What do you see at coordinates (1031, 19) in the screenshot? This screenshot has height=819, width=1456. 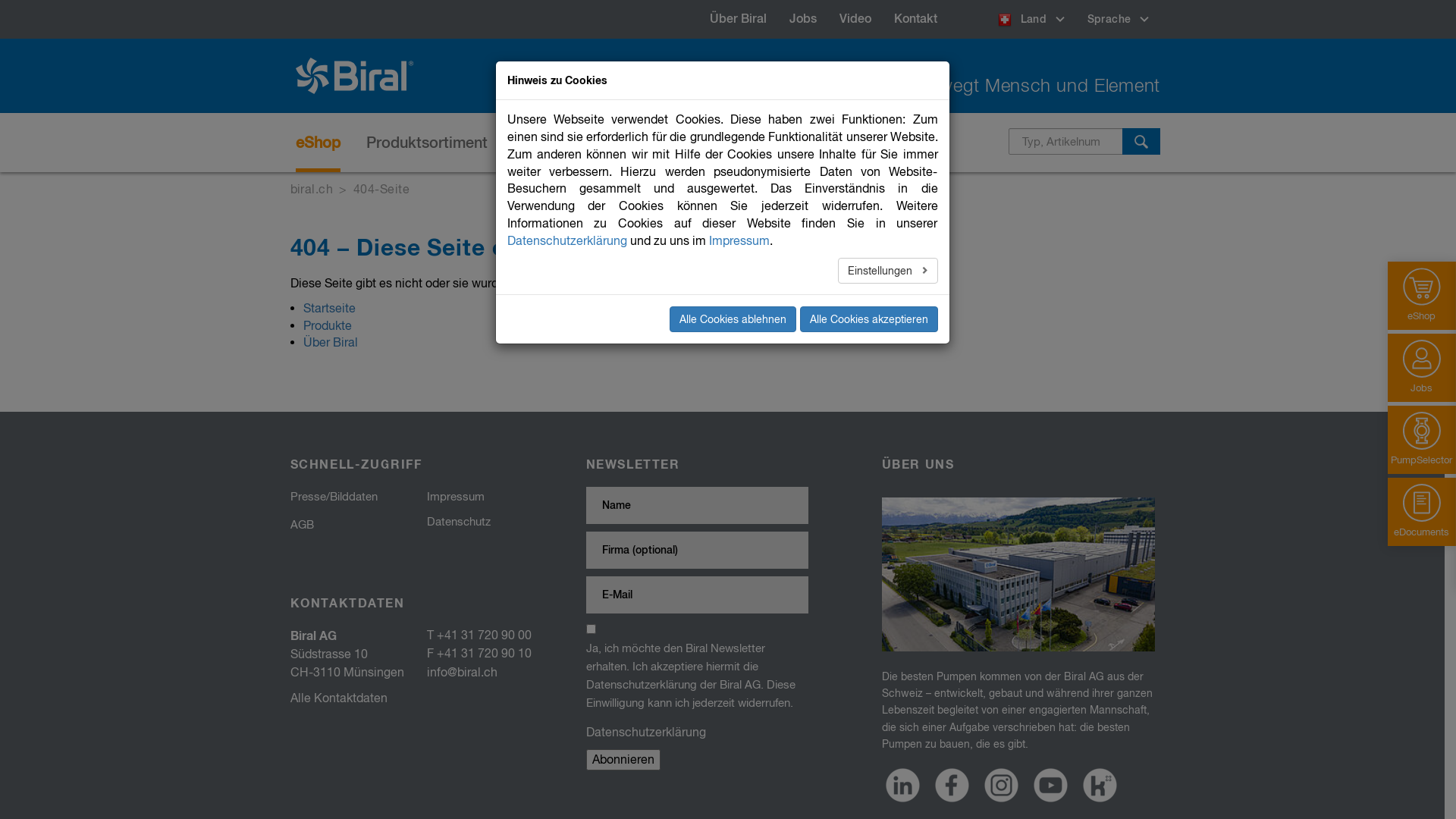 I see `'Land'` at bounding box center [1031, 19].